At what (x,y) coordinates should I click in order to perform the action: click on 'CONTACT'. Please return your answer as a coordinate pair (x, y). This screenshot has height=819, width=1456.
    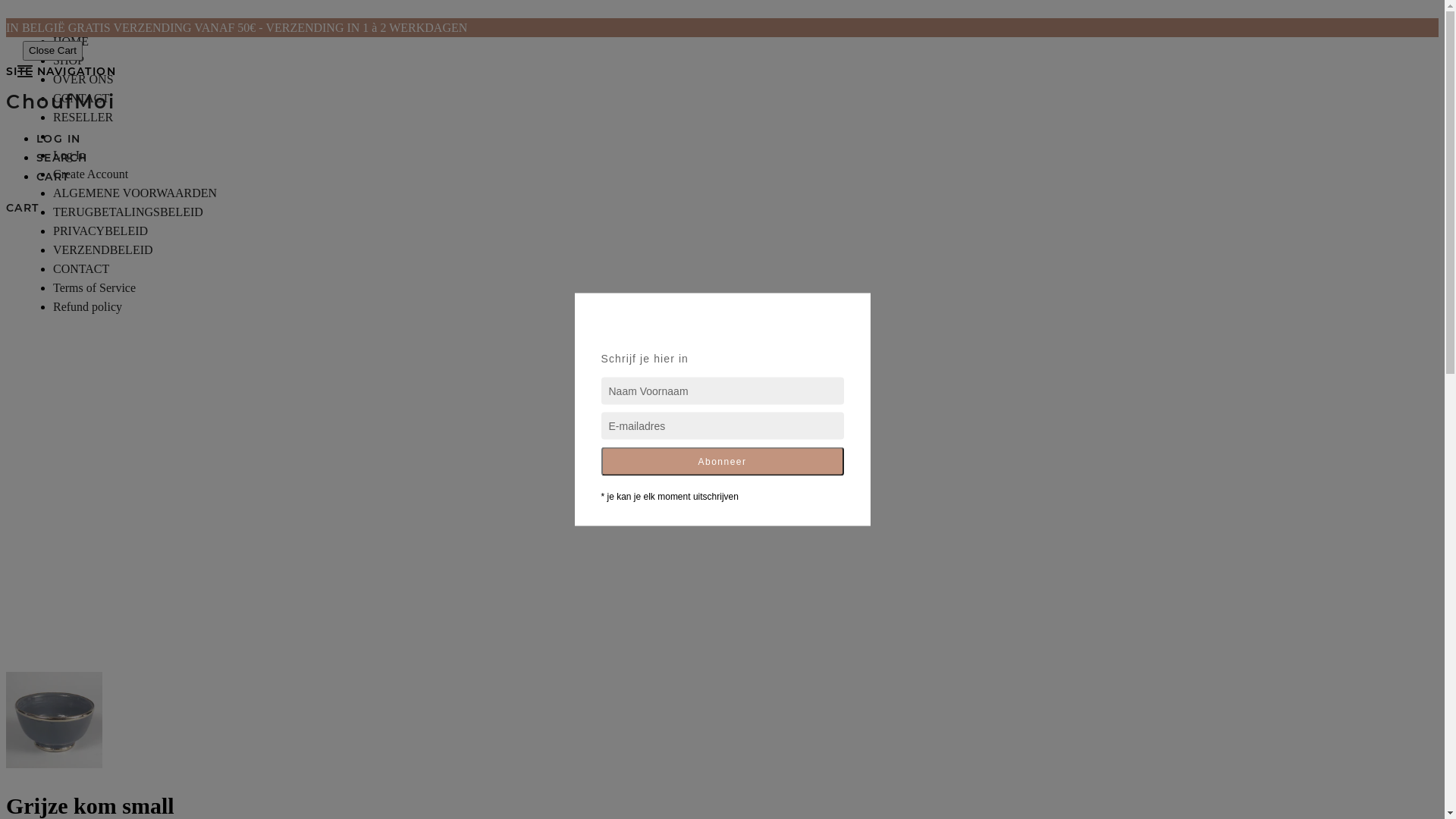
    Looking at the image, I should click on (80, 268).